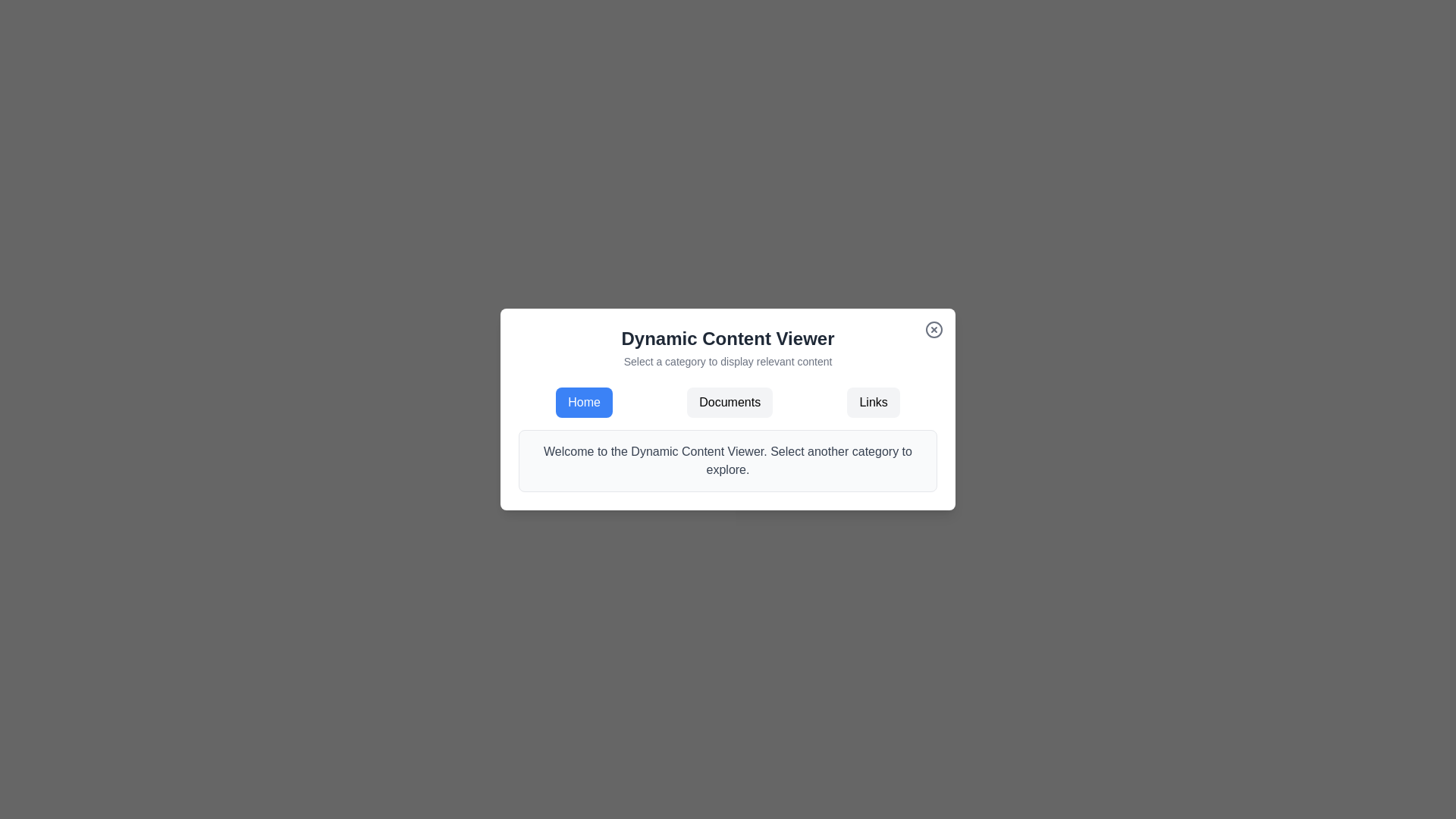  What do you see at coordinates (730, 402) in the screenshot?
I see `the 'Documents' button, which is a rectangular button with a light gray background and rounded corners, located in the center of the navigation bar` at bounding box center [730, 402].